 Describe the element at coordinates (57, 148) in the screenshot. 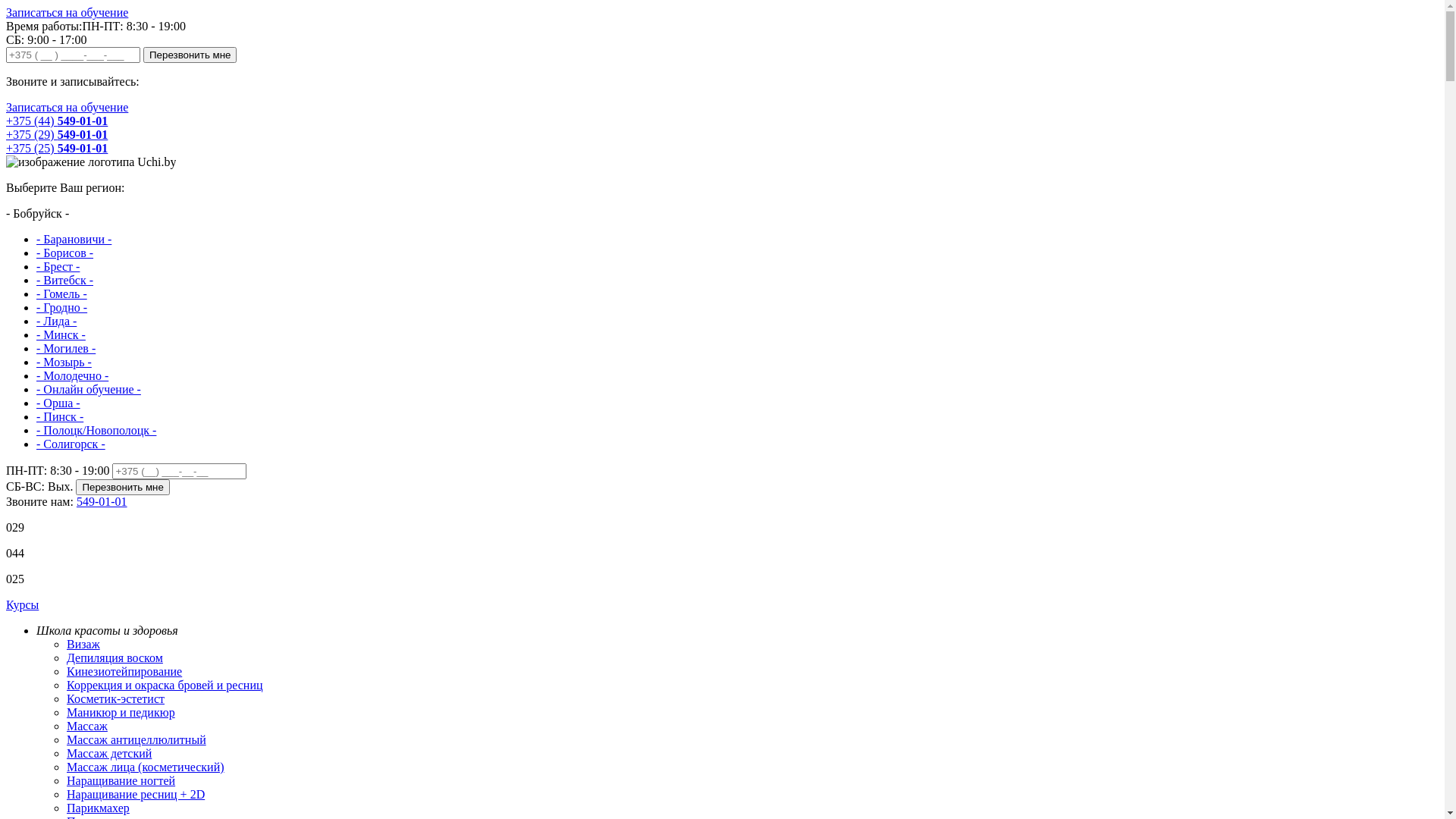

I see `'+375 (25) 549-01-01'` at that location.